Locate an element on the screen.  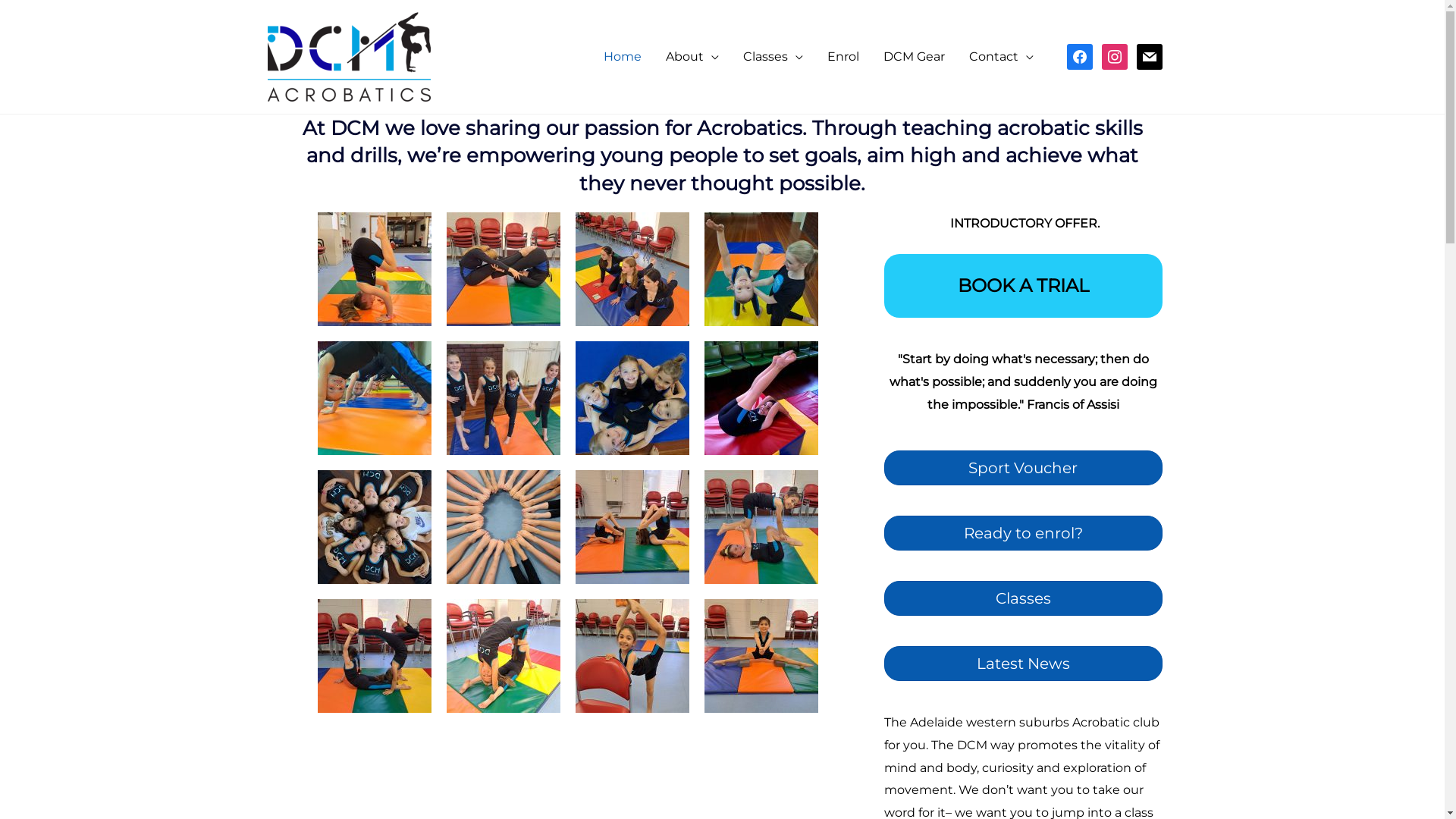
'DCM Gear' is located at coordinates (912, 55).